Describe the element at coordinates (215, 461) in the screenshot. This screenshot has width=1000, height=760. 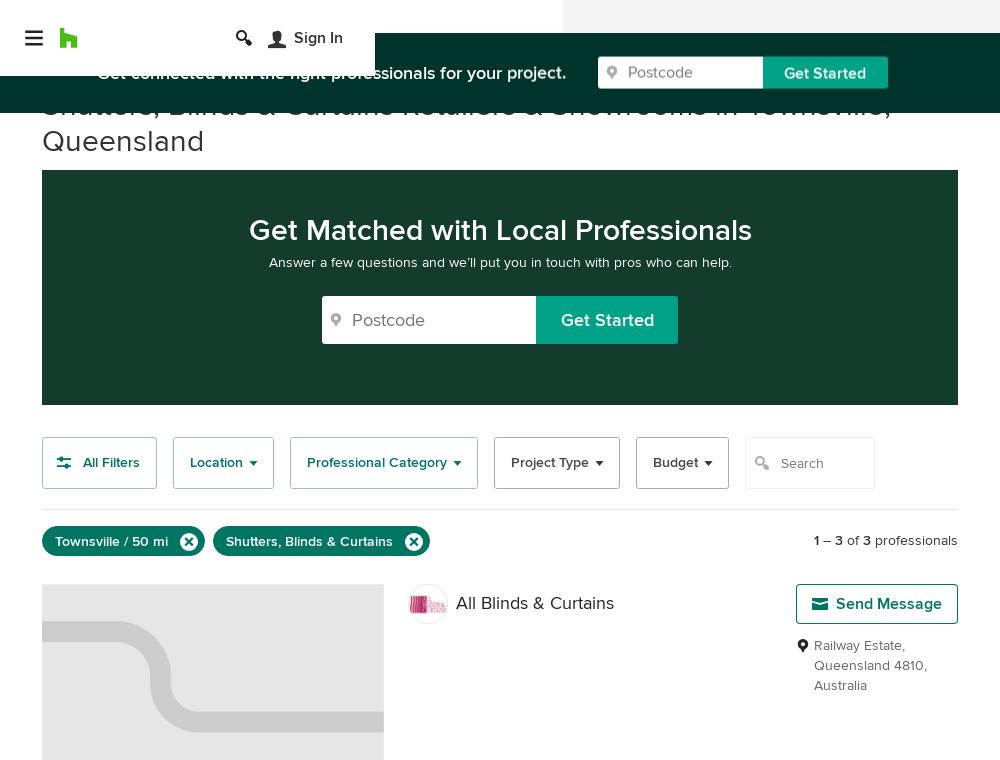
I see `'Location'` at that location.